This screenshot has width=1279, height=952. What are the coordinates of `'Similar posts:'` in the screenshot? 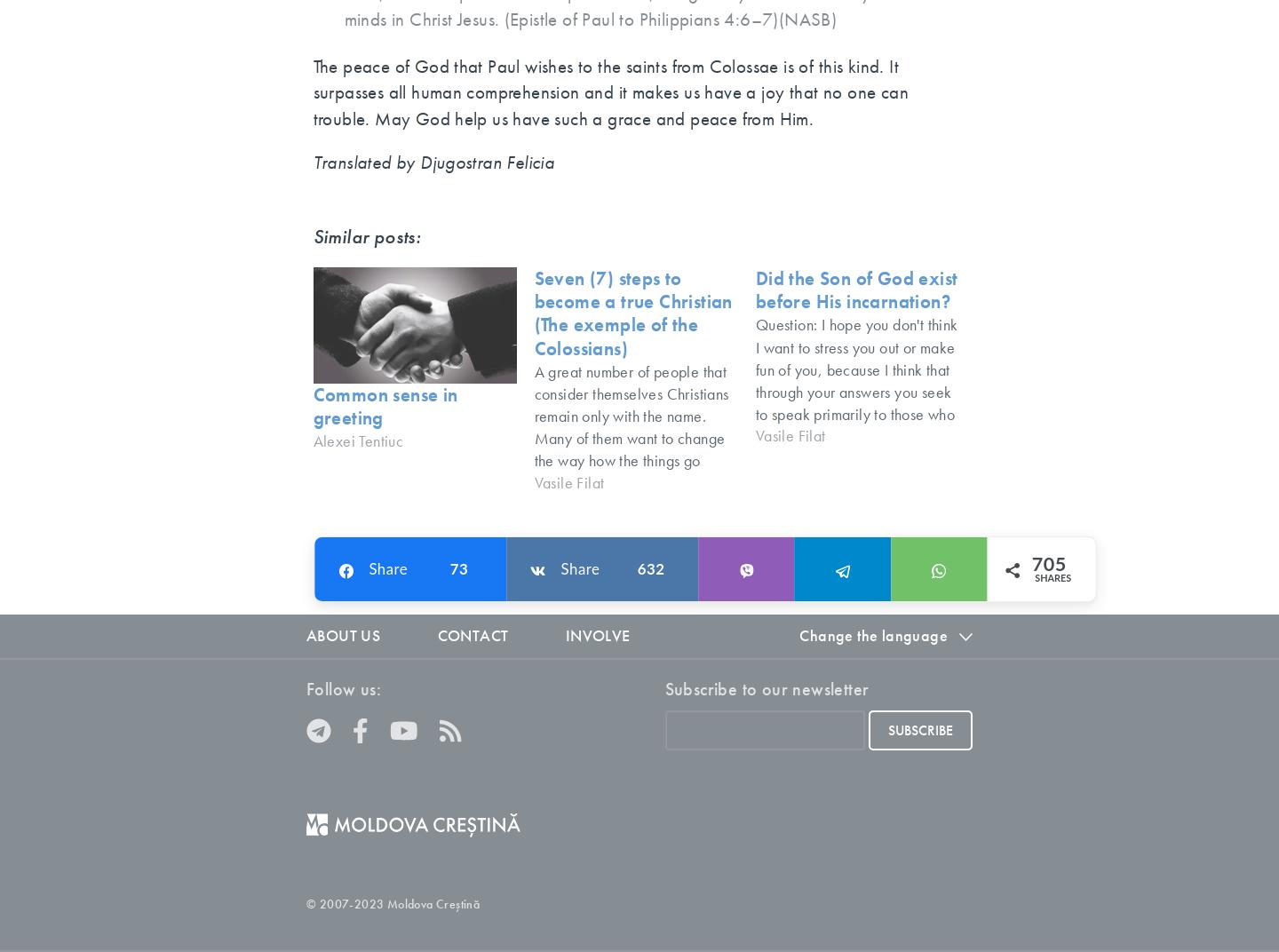 It's located at (365, 236).